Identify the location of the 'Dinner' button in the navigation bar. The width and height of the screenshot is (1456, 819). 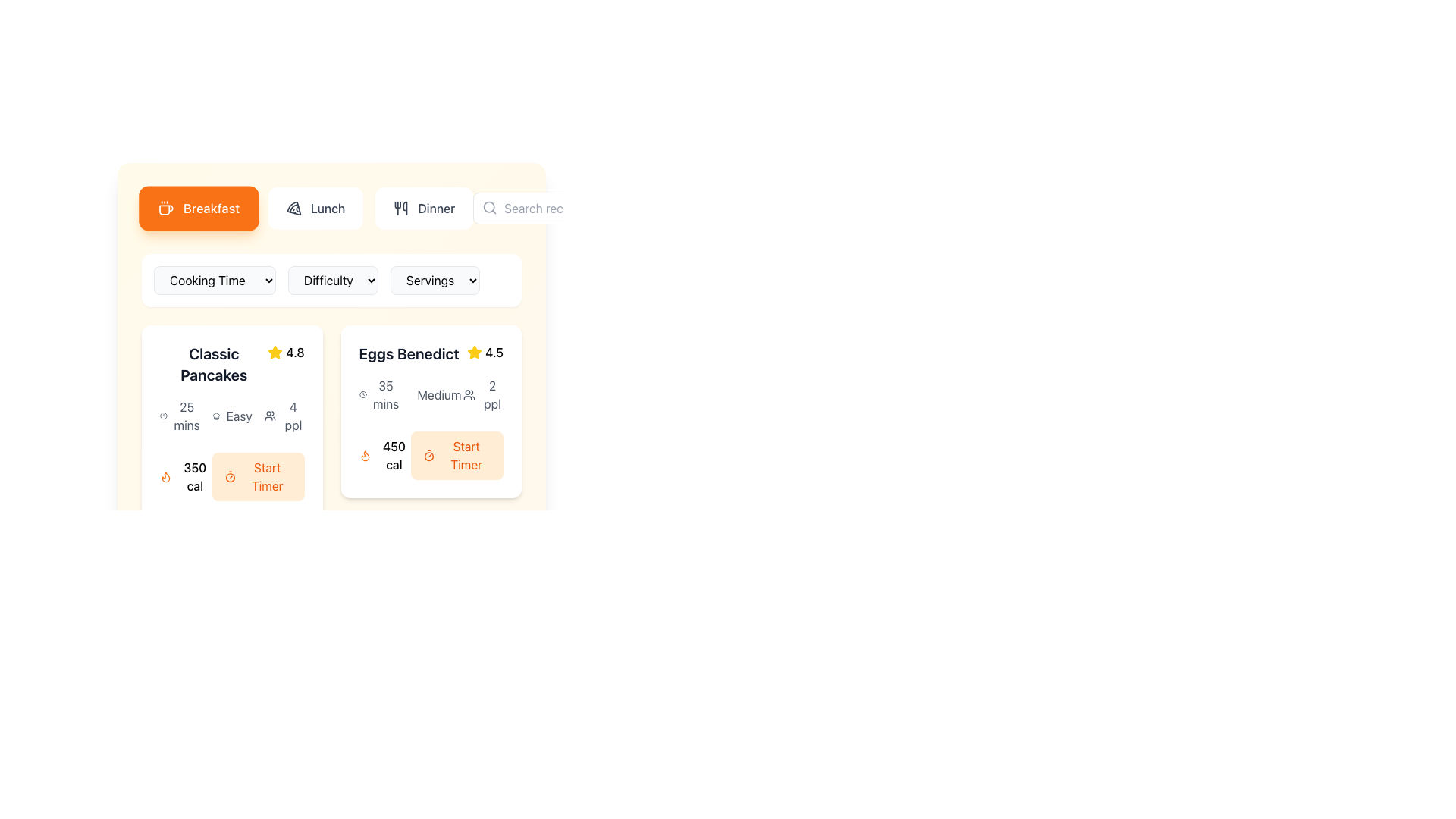
(424, 208).